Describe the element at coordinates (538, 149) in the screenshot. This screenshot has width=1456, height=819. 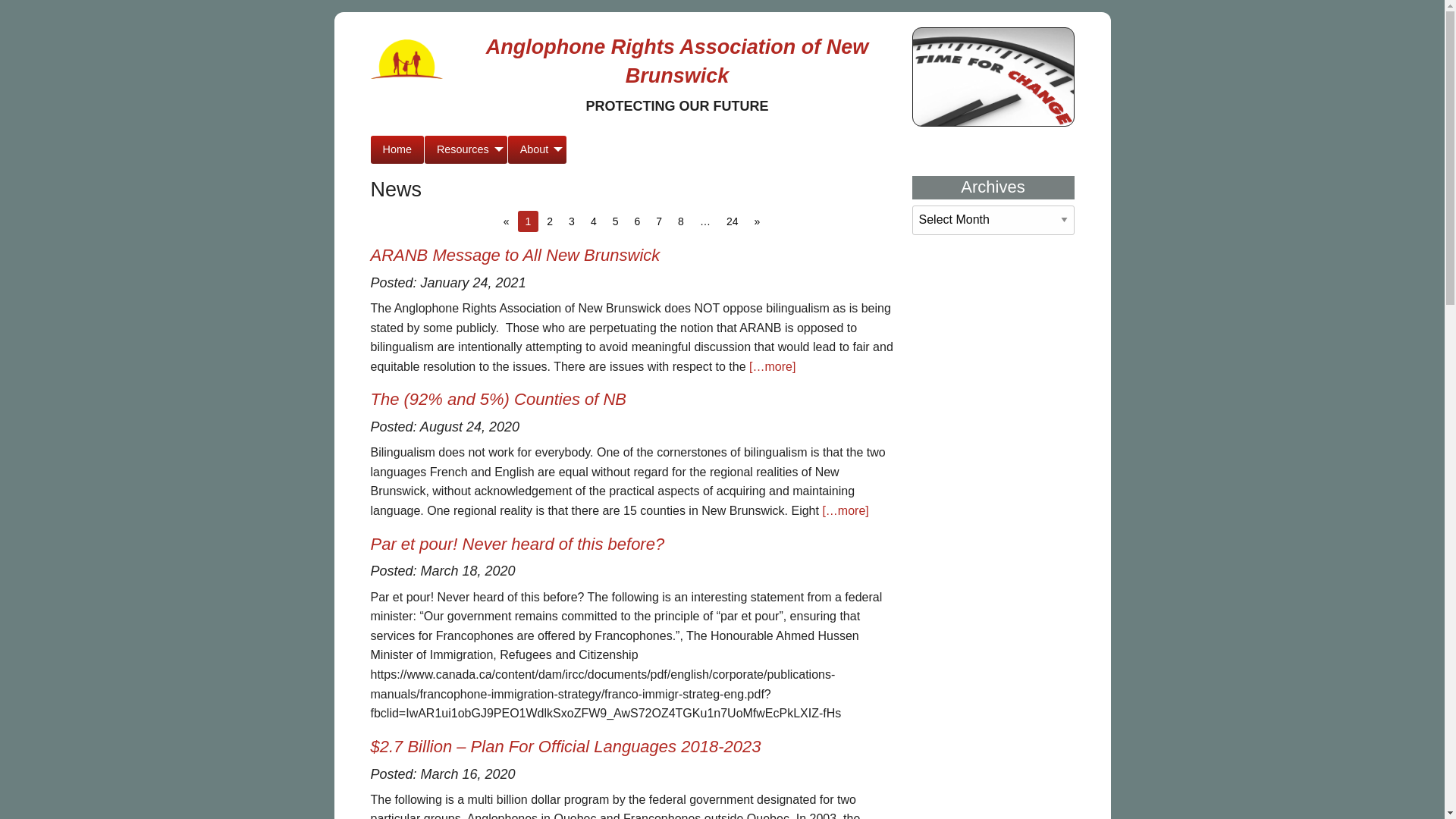
I see `'About'` at that location.